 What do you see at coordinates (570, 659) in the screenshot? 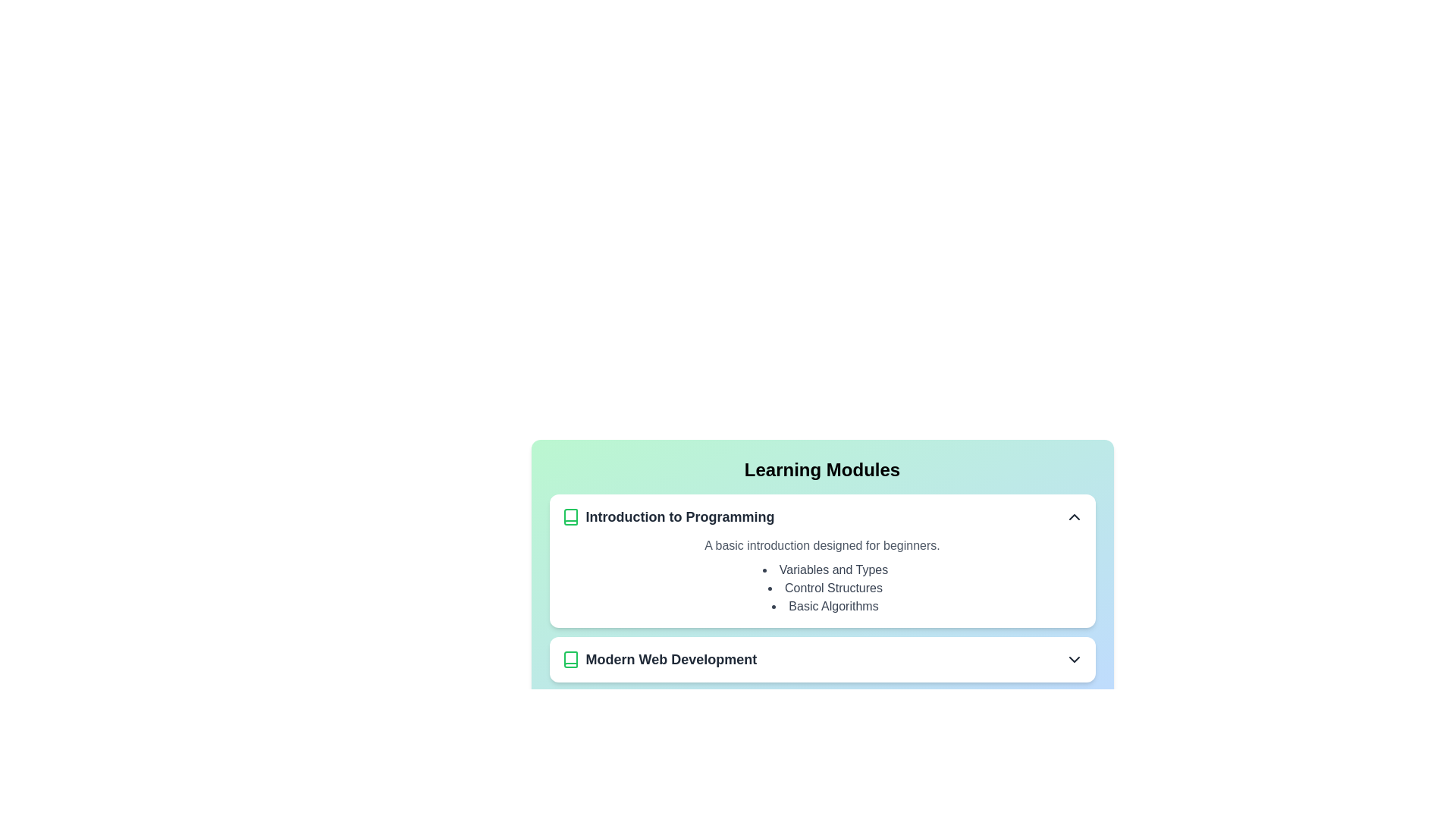
I see `the green book icon located to the left of the text 'Modern Web Development'` at bounding box center [570, 659].